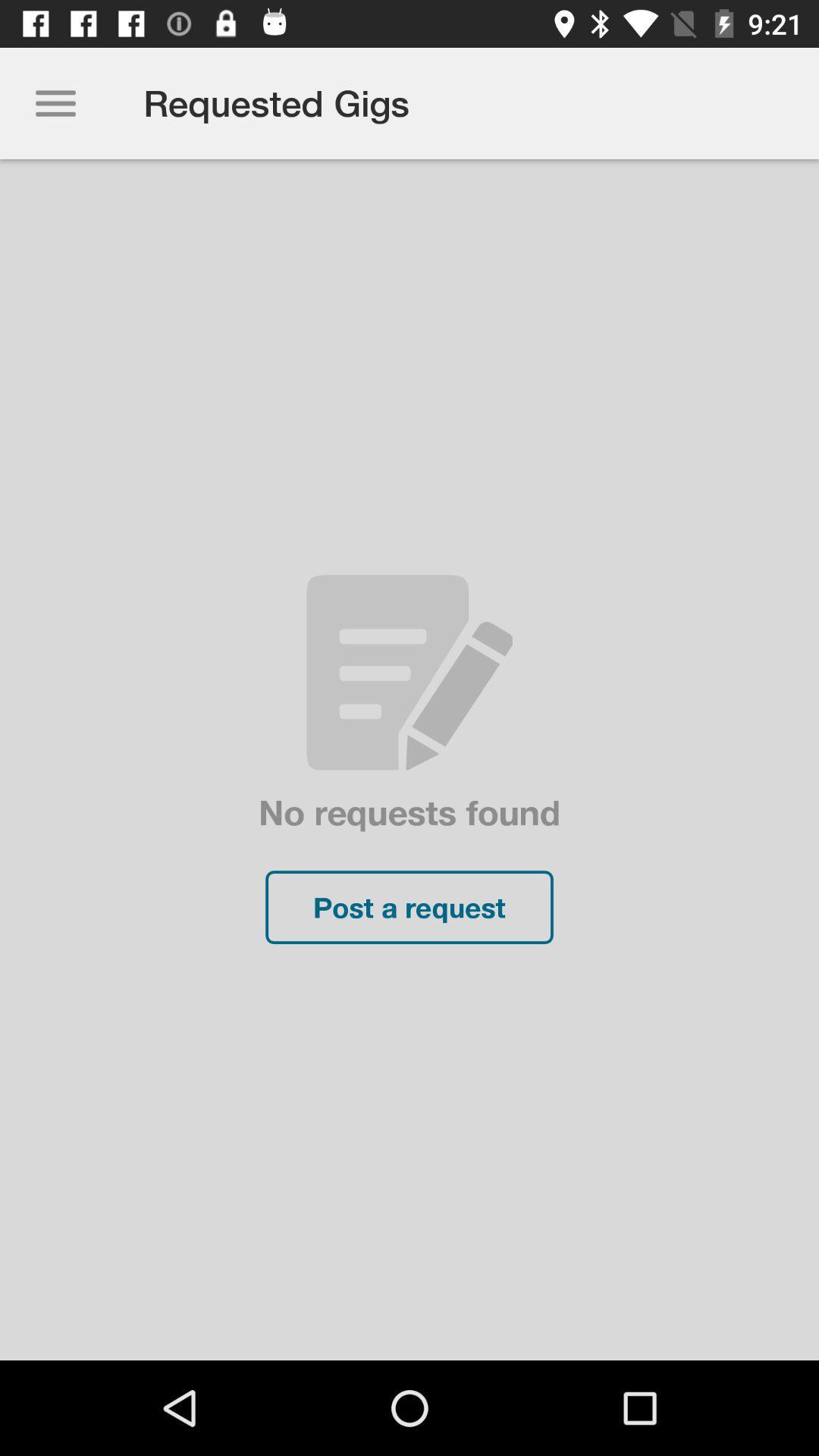  I want to click on the icon to the left of the requested gigs item, so click(55, 102).